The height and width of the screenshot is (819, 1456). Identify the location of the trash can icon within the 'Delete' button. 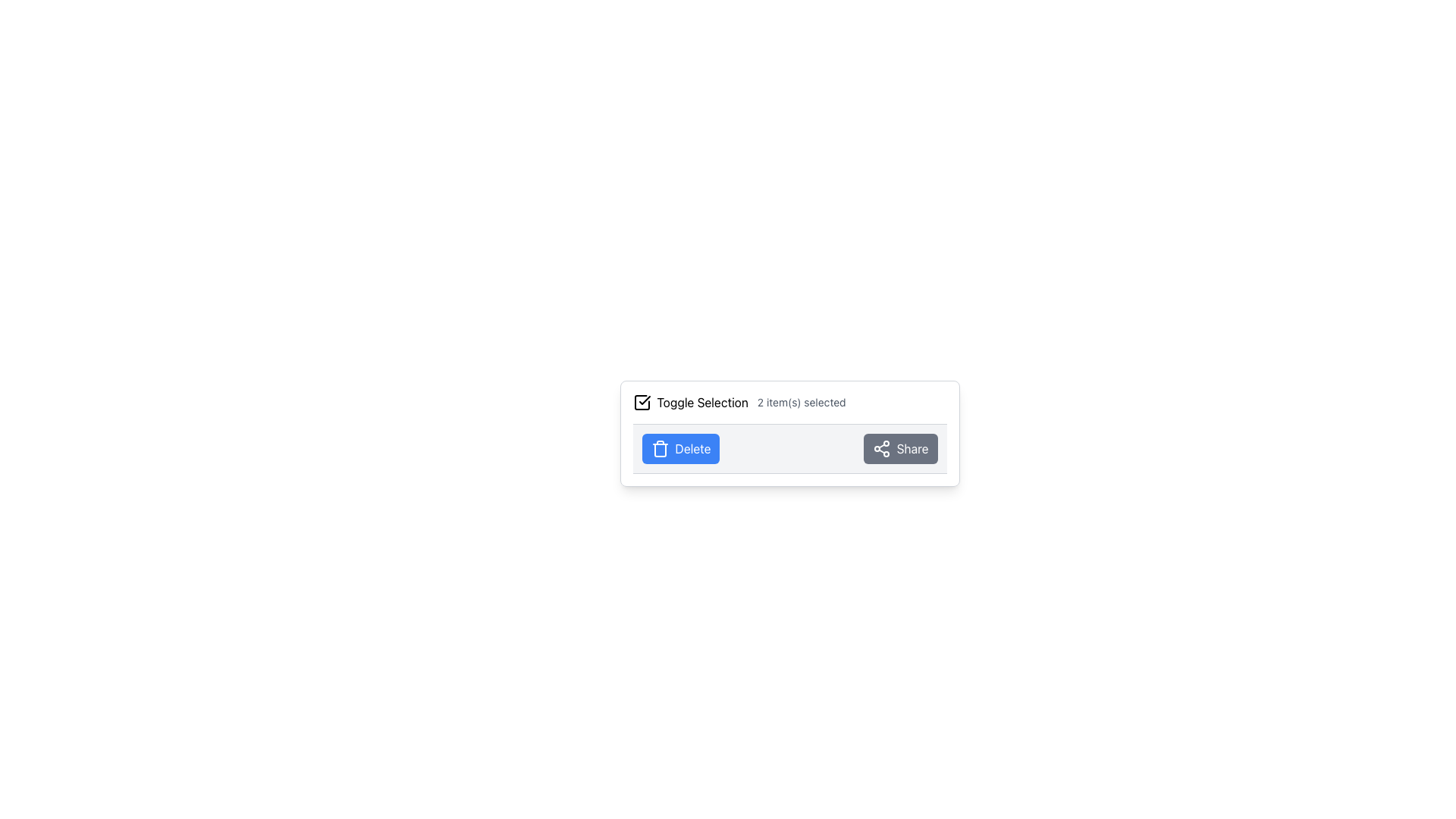
(660, 447).